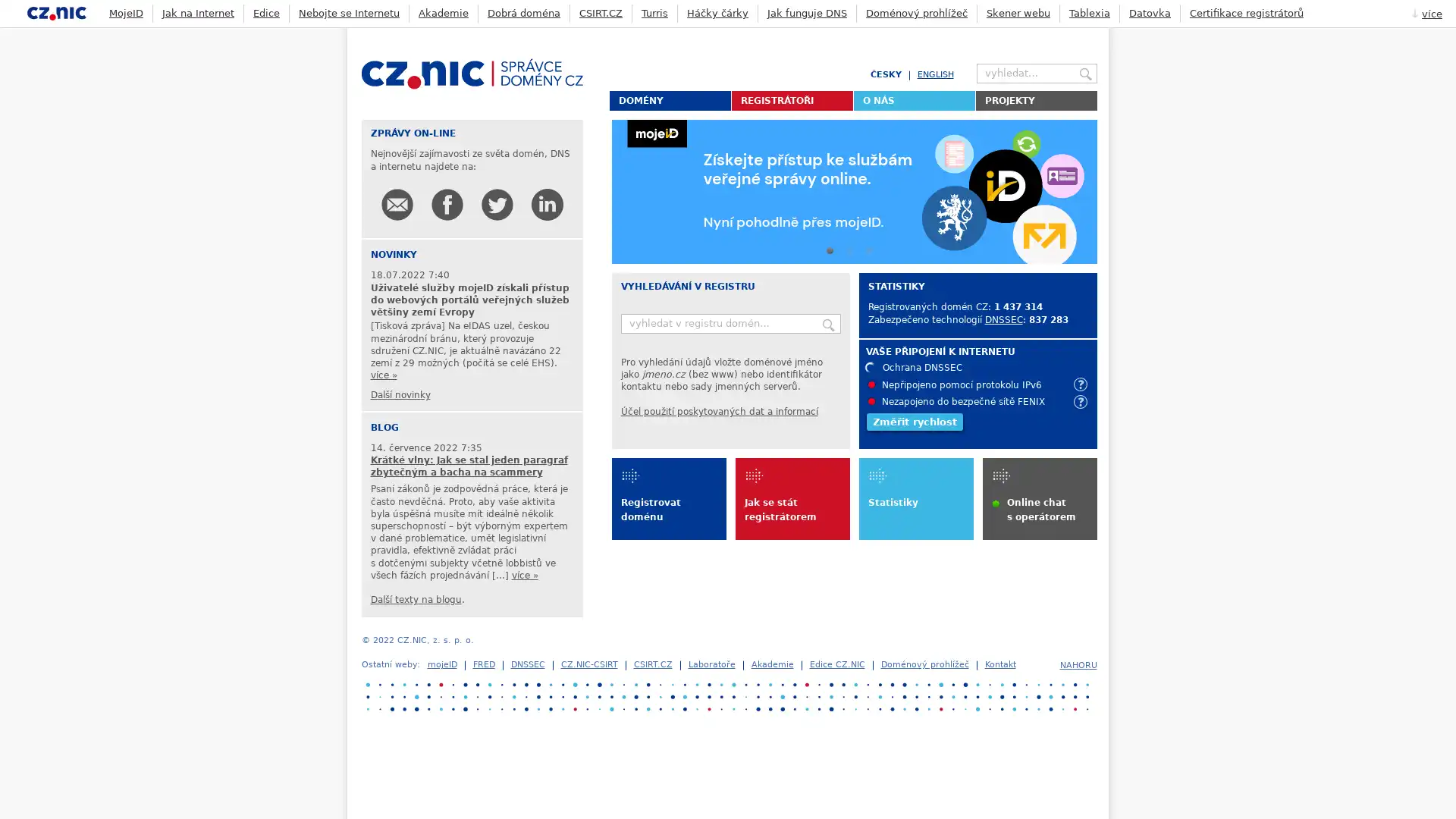 This screenshot has width=1456, height=819. I want to click on Zmerit rychlost, so click(913, 421).